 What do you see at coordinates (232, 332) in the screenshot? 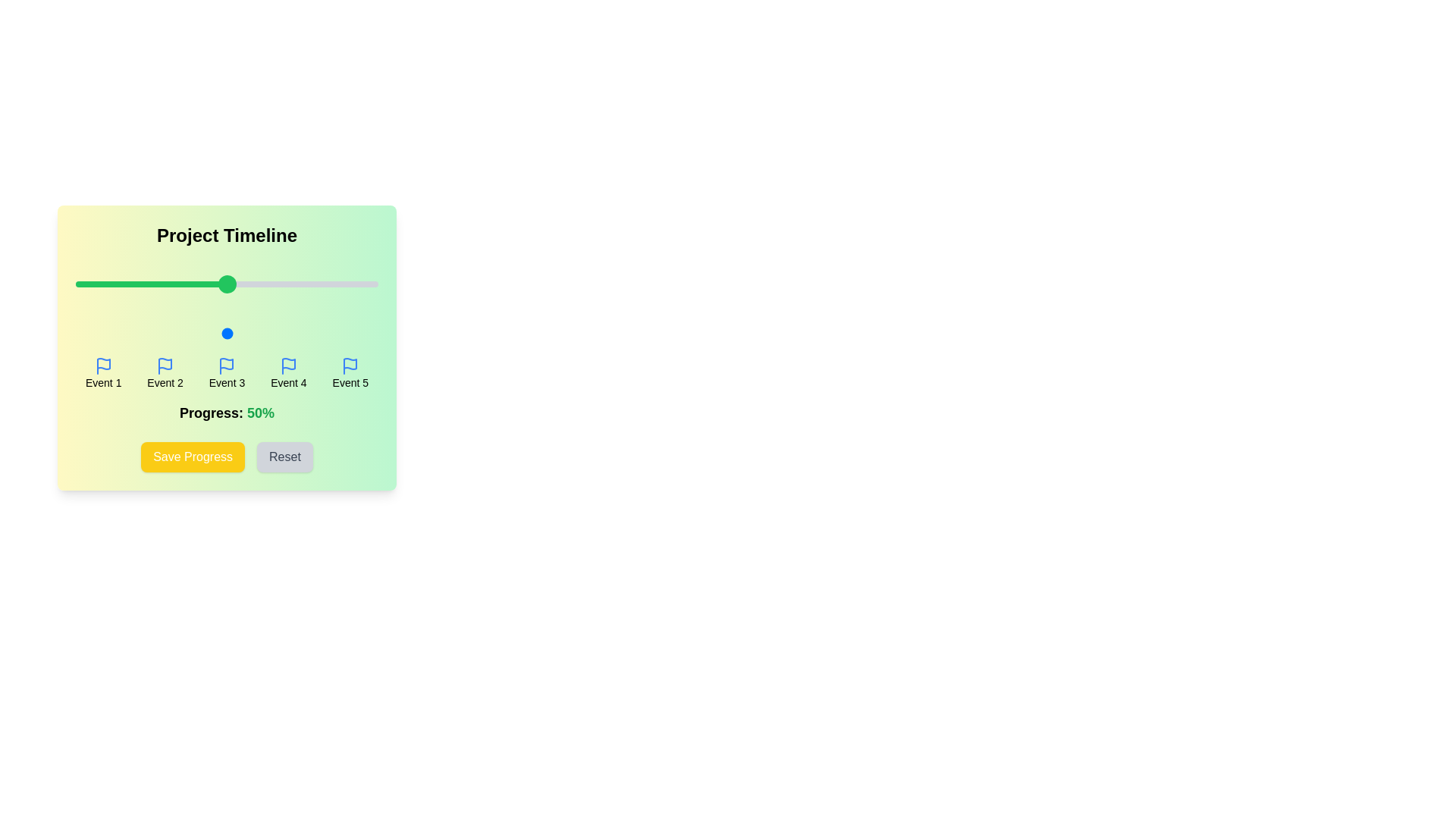
I see `the timeline progress to 52% by adjusting the slider` at bounding box center [232, 332].